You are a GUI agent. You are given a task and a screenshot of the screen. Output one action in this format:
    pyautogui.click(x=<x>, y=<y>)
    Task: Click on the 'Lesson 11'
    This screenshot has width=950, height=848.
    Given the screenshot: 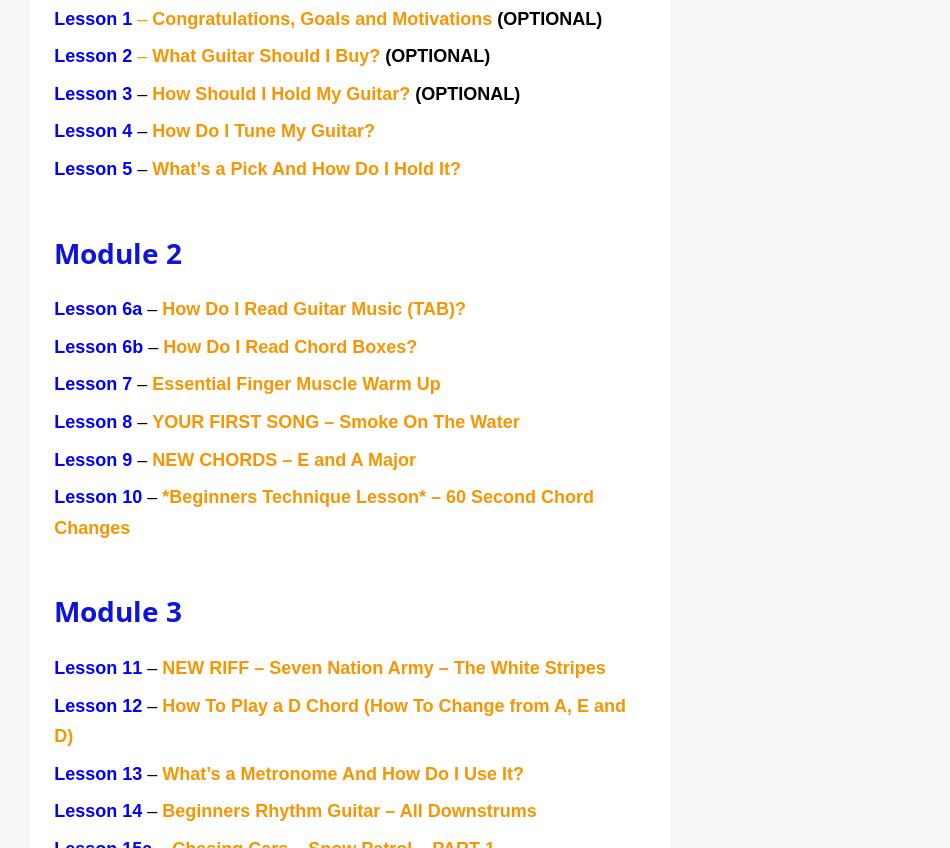 What is the action you would take?
    pyautogui.click(x=53, y=669)
    